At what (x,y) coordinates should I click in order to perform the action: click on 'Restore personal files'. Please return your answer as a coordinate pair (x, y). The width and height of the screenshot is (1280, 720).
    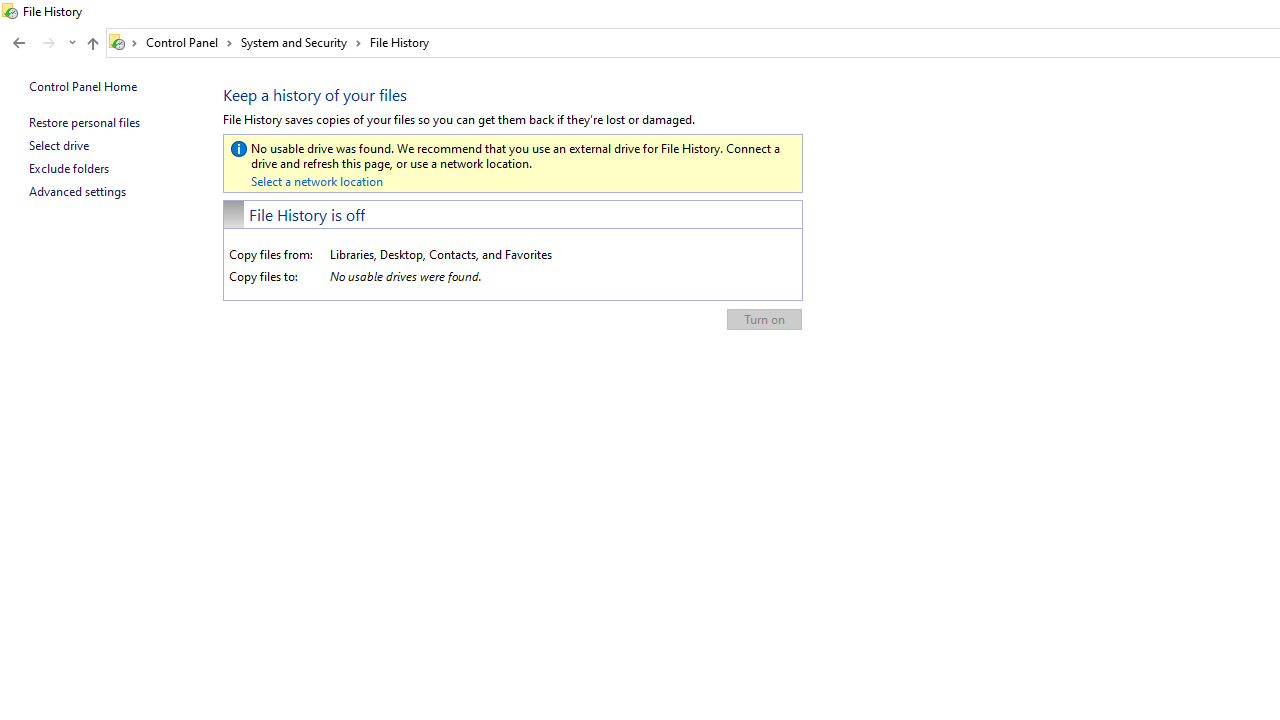
    Looking at the image, I should click on (83, 122).